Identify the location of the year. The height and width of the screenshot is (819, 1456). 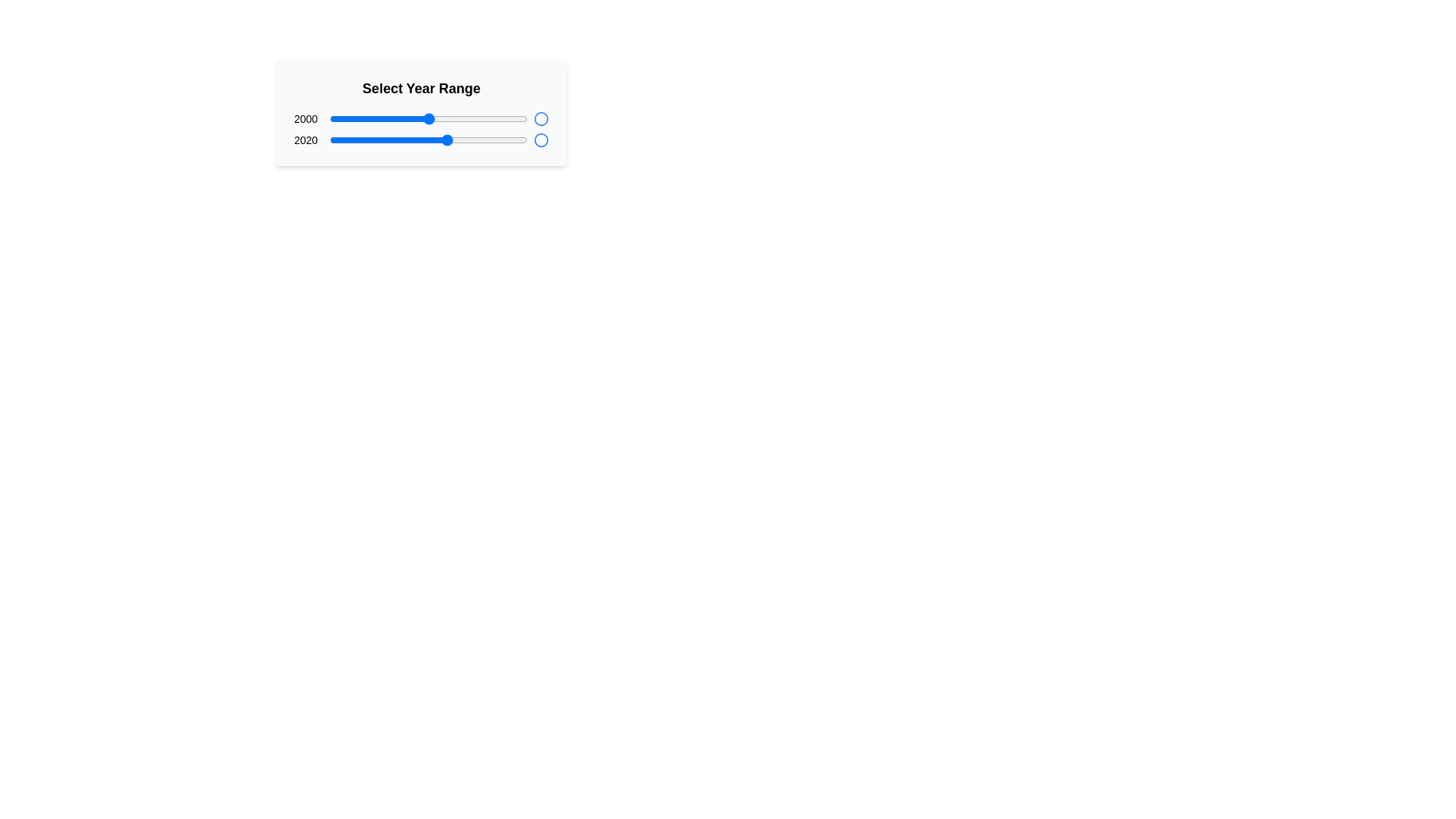
(355, 118).